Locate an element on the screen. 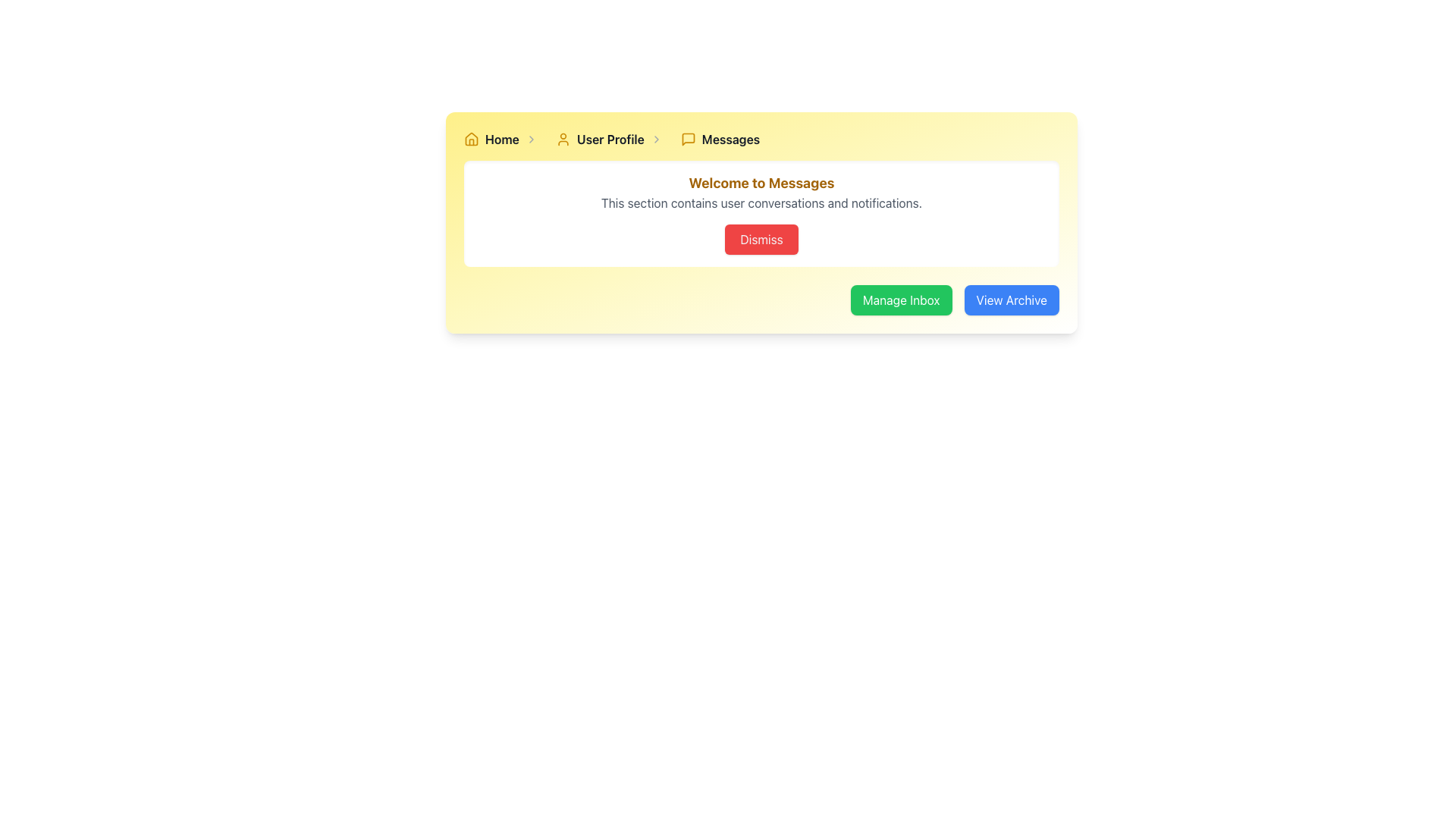 Image resolution: width=1456 pixels, height=819 pixels. the dismiss button located in the lower section of the white card panel, which is the third interactive element under the title 'Welcome to Messages' is located at coordinates (761, 239).